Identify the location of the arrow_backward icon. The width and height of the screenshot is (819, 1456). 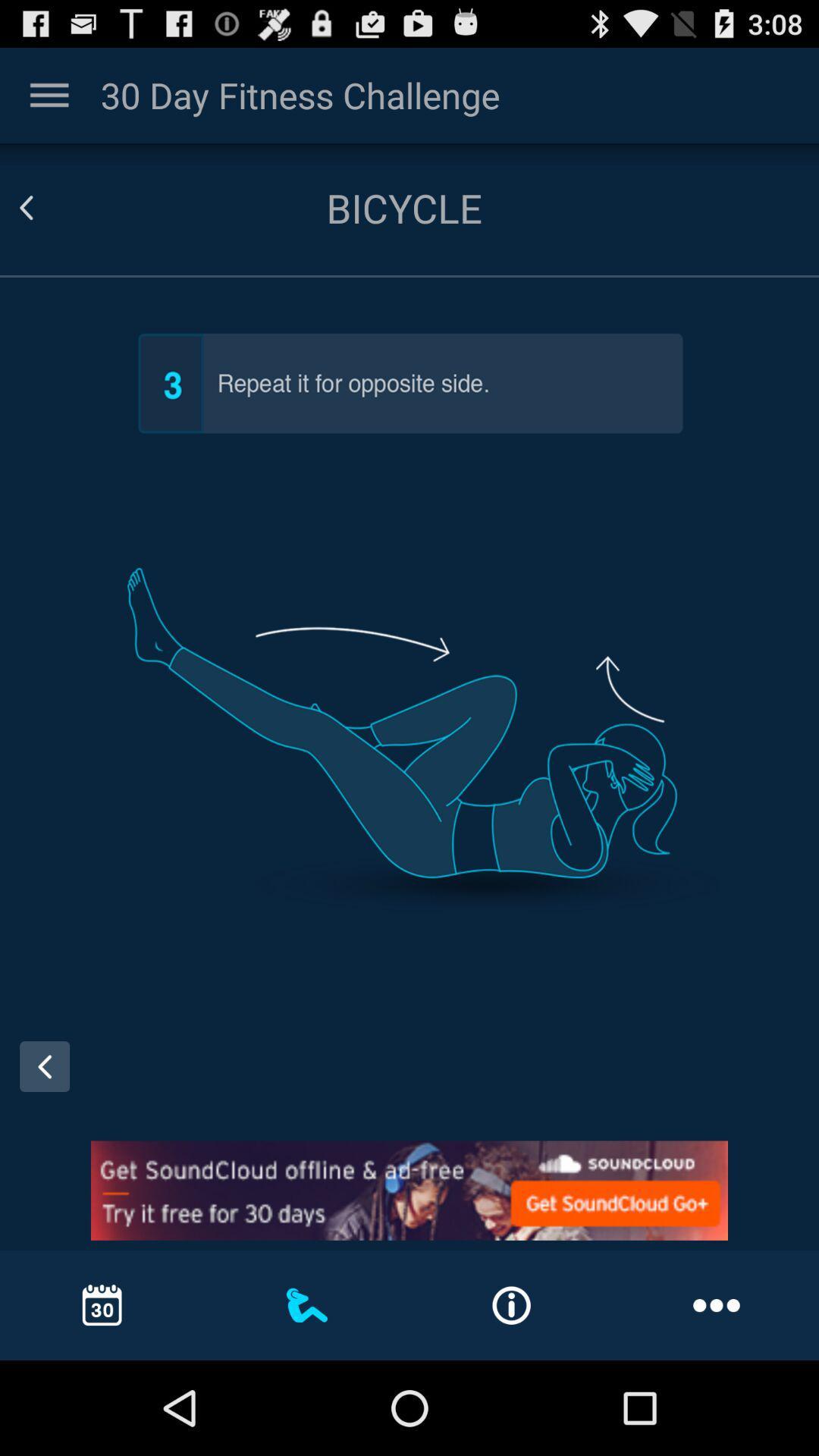
(44, 221).